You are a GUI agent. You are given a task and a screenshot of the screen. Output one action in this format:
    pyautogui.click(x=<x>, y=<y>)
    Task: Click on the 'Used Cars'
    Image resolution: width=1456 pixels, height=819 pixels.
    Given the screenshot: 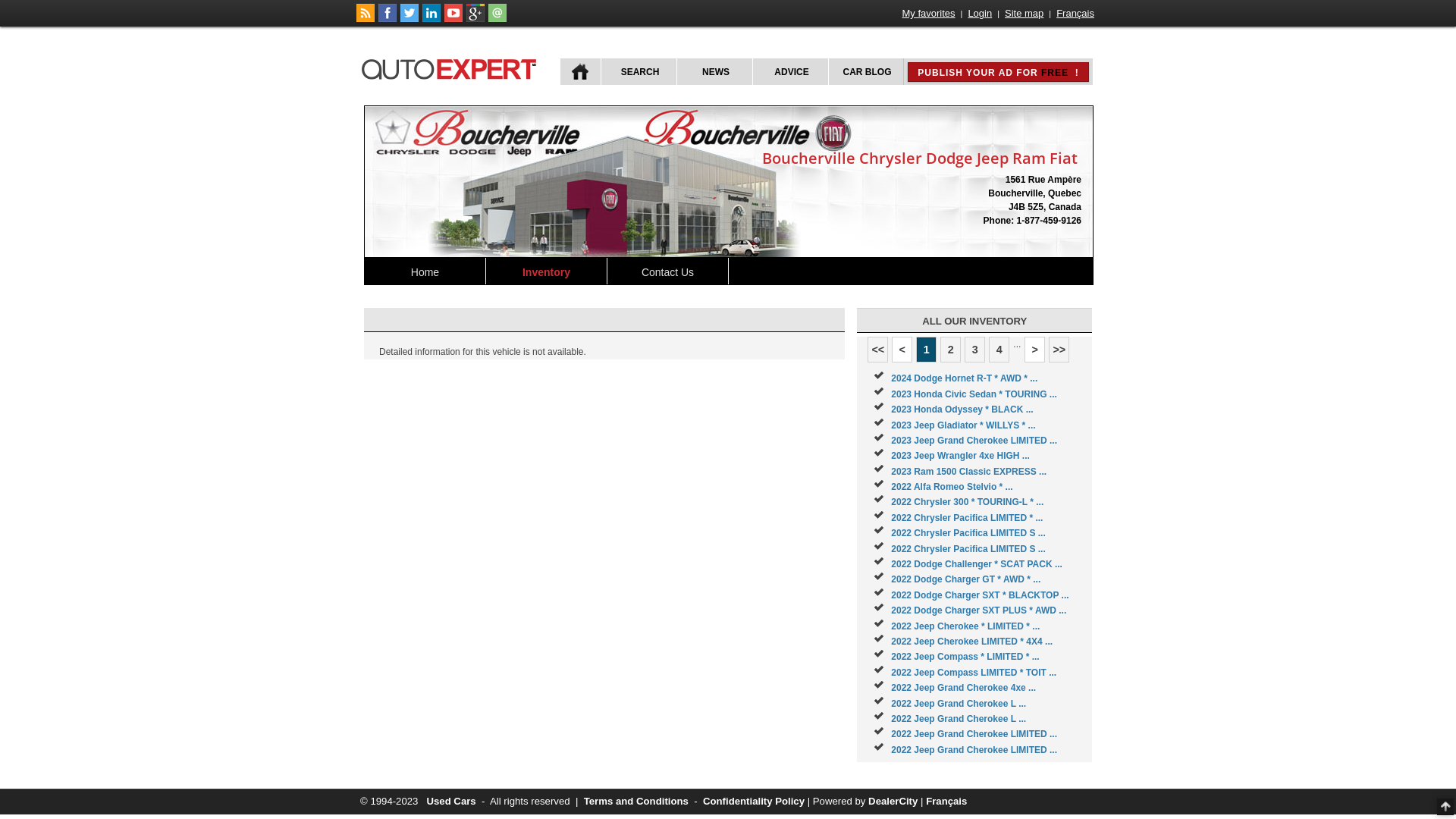 What is the action you would take?
    pyautogui.click(x=450, y=800)
    